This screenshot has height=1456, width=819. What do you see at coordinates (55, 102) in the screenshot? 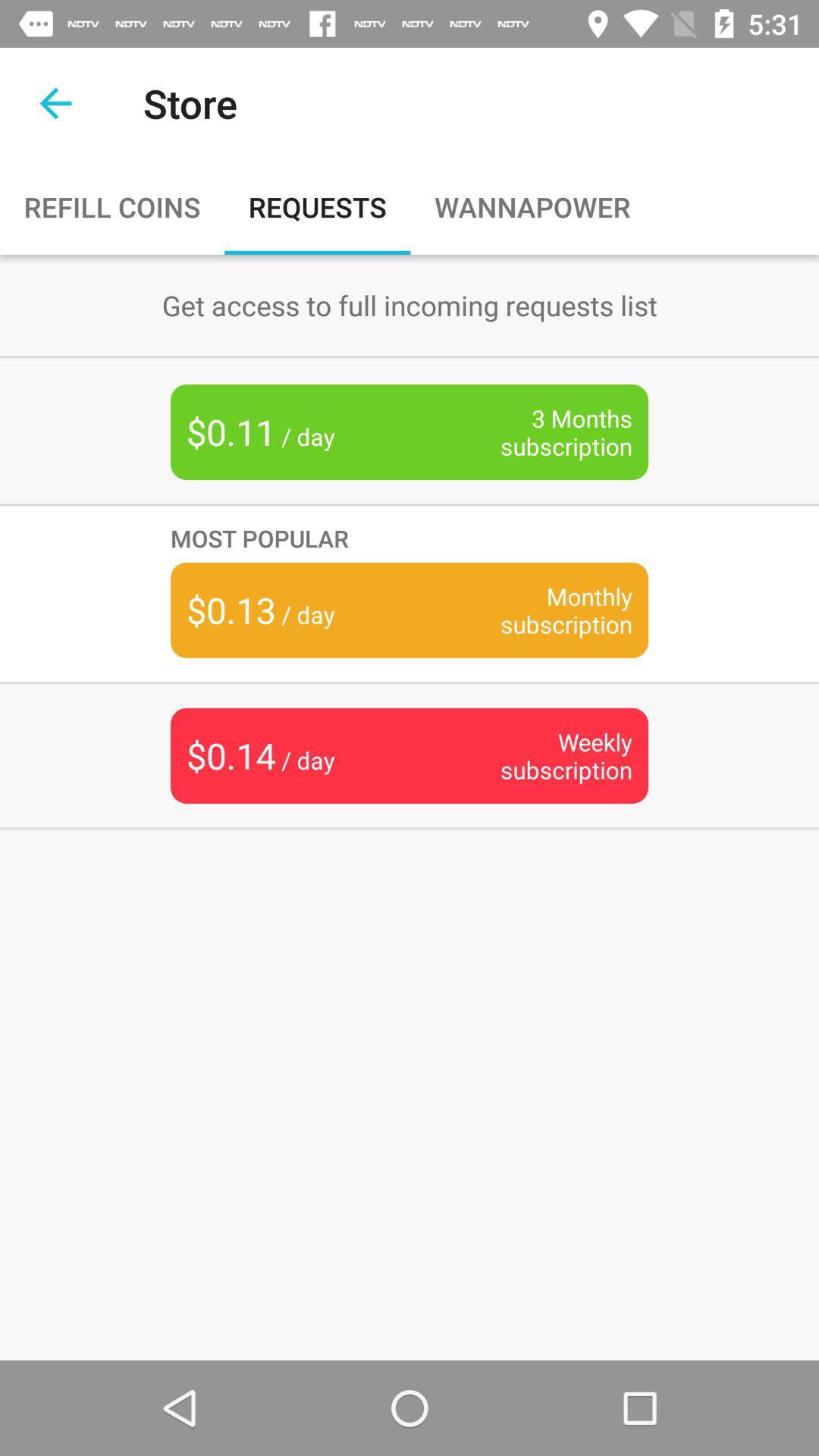
I see `go back` at bounding box center [55, 102].